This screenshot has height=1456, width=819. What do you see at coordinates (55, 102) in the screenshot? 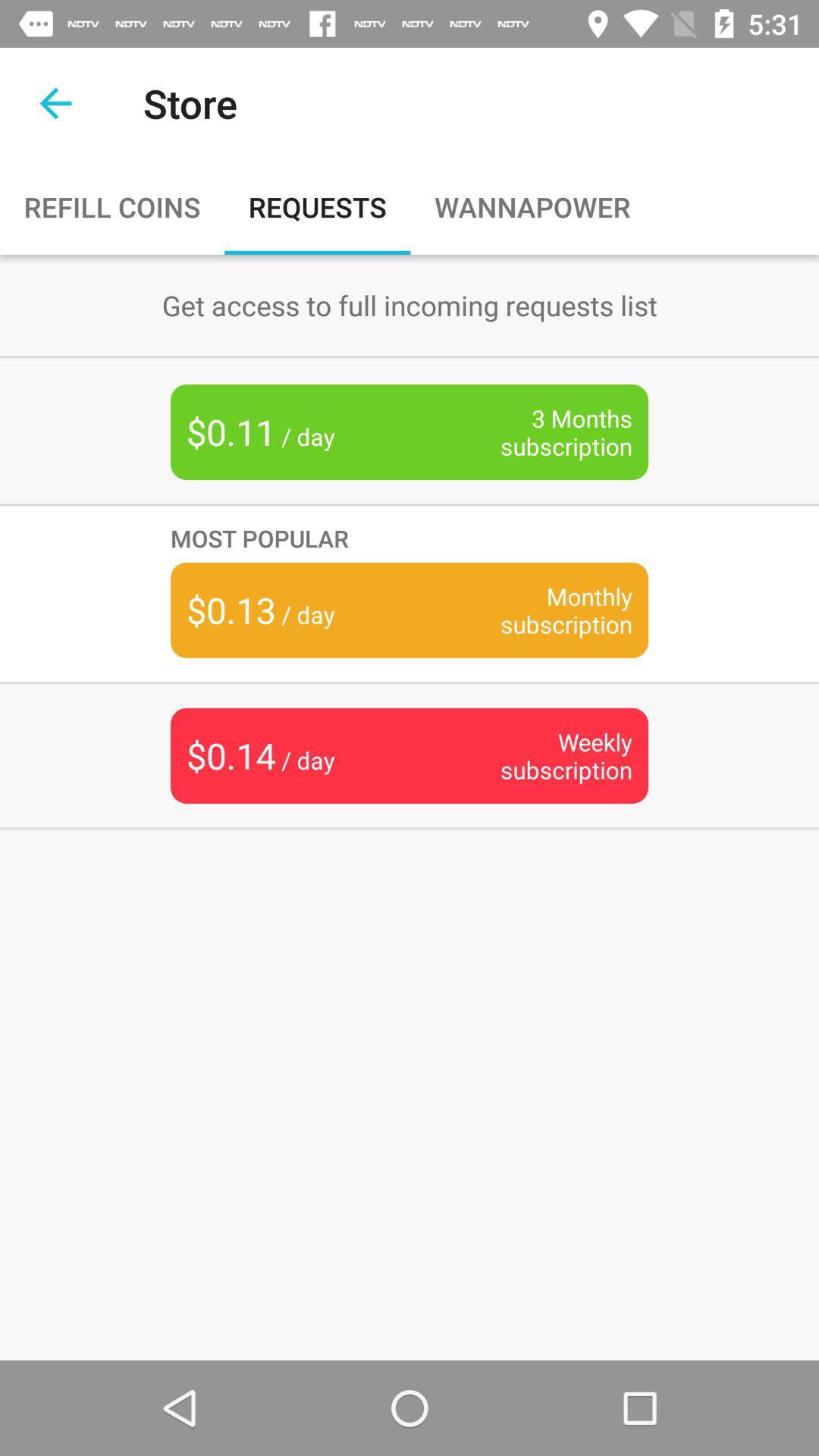
I see `go back` at bounding box center [55, 102].